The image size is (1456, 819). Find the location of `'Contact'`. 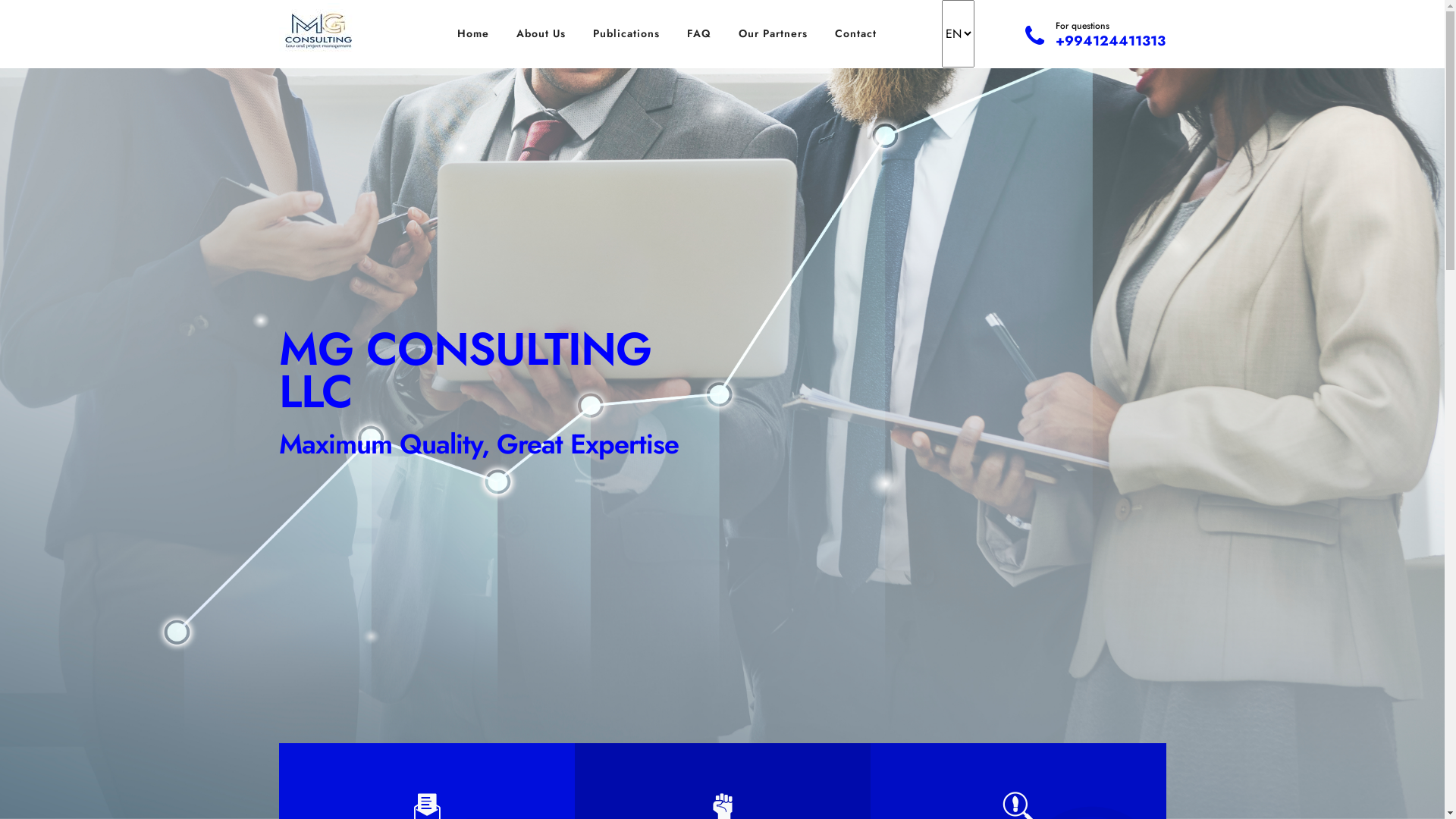

'Contact' is located at coordinates (855, 33).